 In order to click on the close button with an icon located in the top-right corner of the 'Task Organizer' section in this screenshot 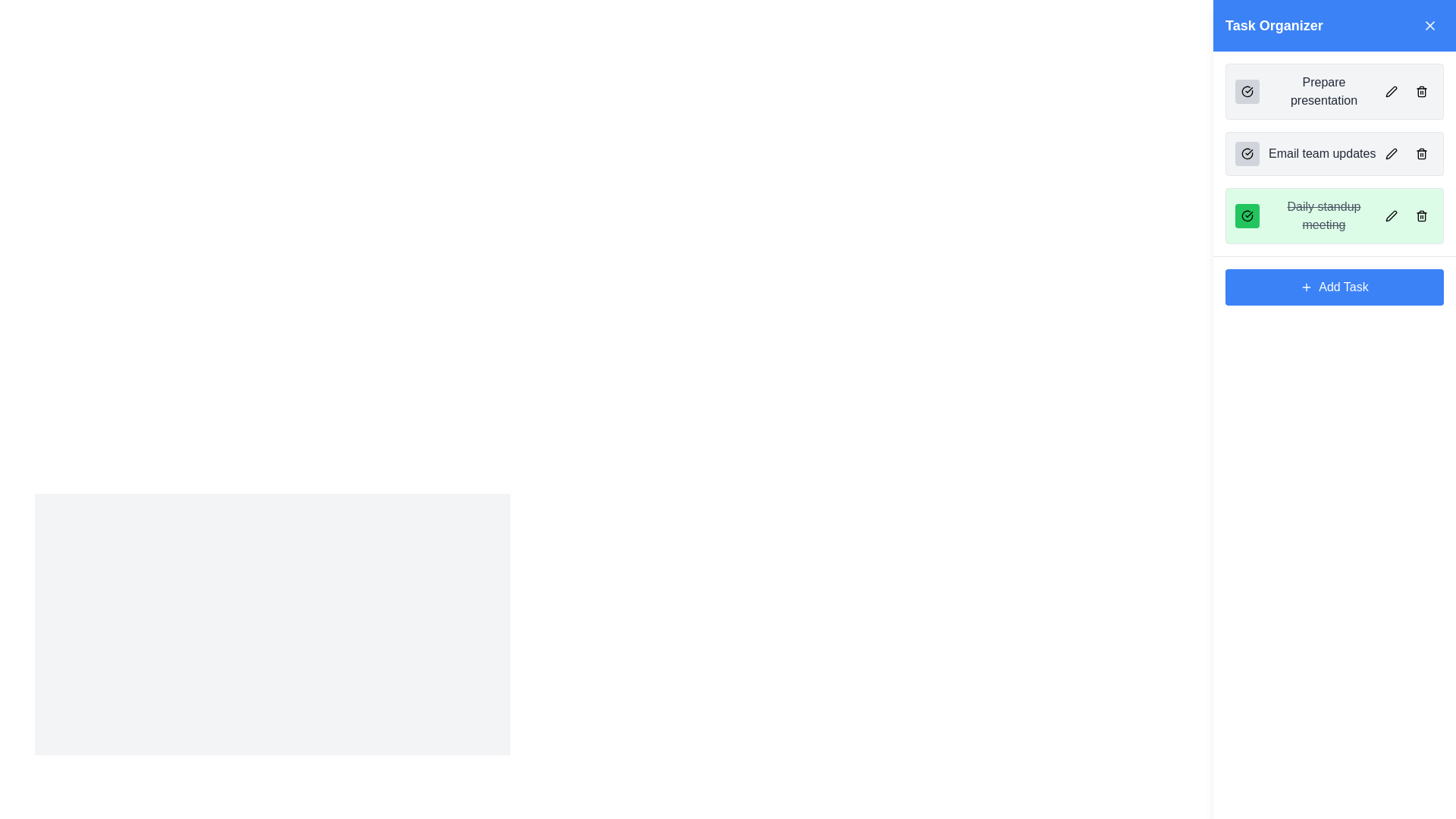, I will do `click(1429, 26)`.